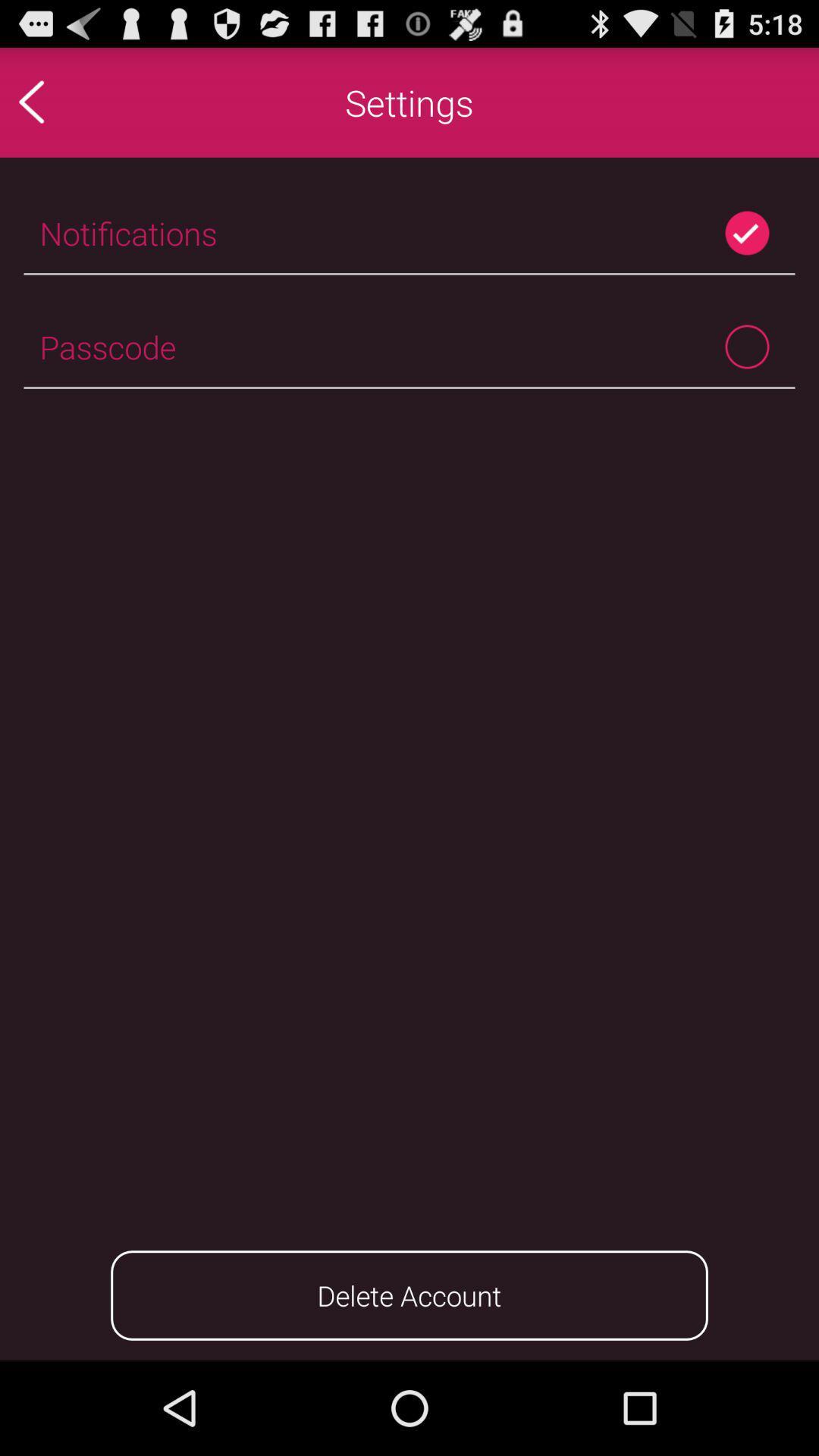 The image size is (819, 1456). I want to click on the icon to the left of the settings app, so click(63, 101).